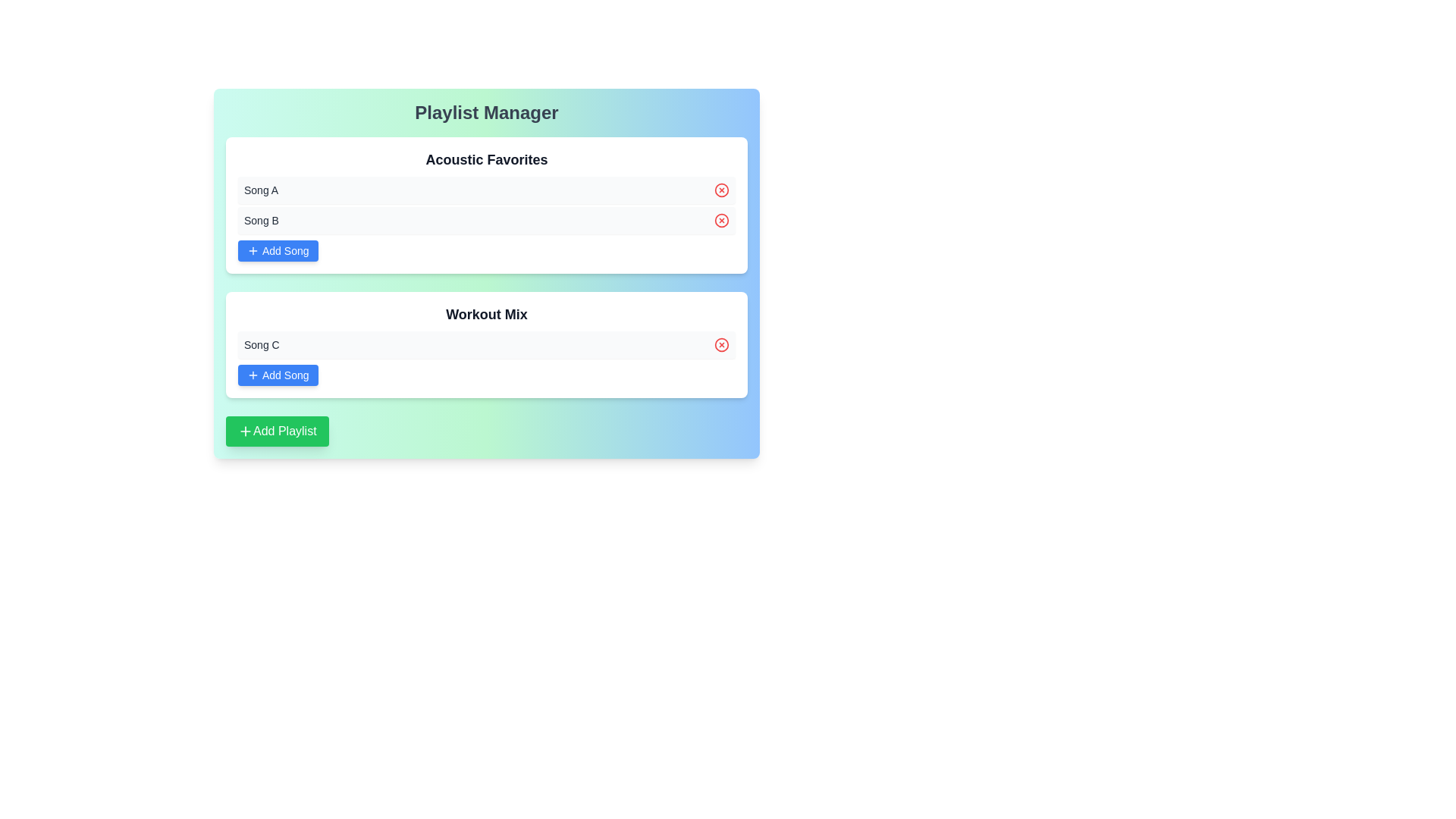  What do you see at coordinates (278, 250) in the screenshot?
I see `the 'Add Song' button, which is a rectangular button with rounded edges, blue background, and a white label, located at the bottom left of the 'Acoustic Favorites' section` at bounding box center [278, 250].